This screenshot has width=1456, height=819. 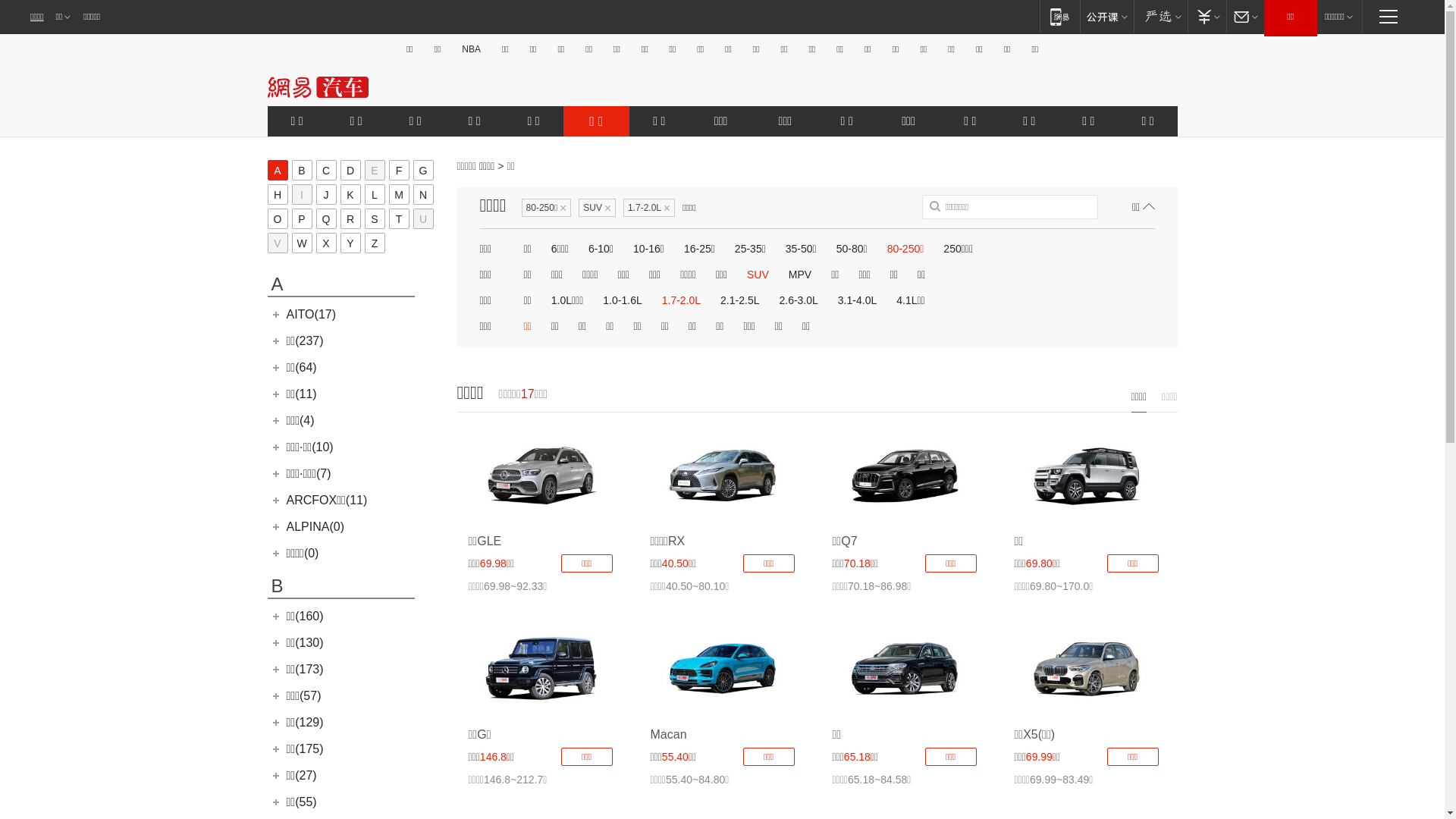 I want to click on 'B', so click(x=301, y=170).